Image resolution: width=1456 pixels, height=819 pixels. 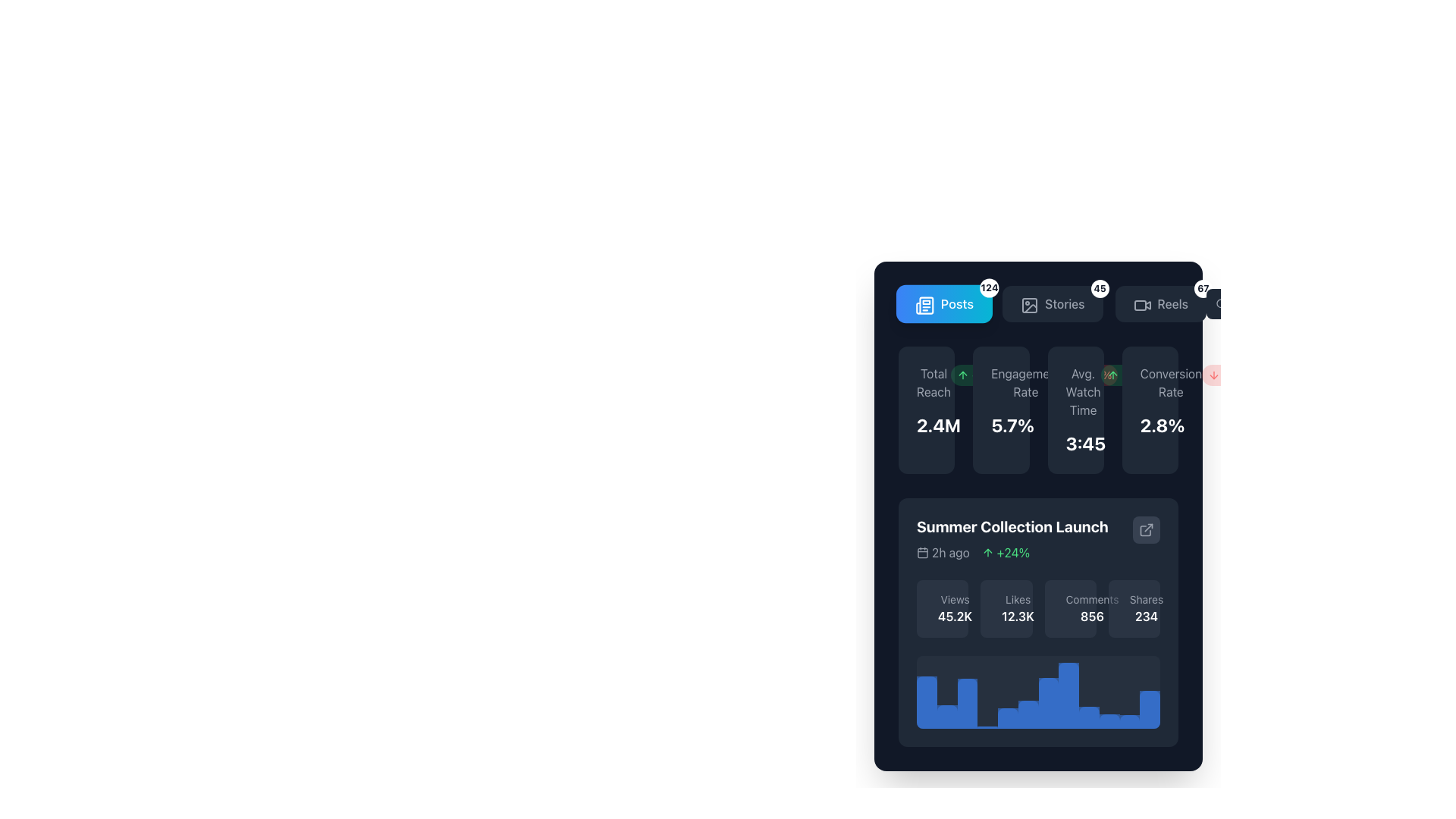 What do you see at coordinates (962, 375) in the screenshot?
I see `the increase indicator icon located next to the 'Total Reach' label in the top section of the dashboard, which visually represents a positive trend in the associated metric` at bounding box center [962, 375].